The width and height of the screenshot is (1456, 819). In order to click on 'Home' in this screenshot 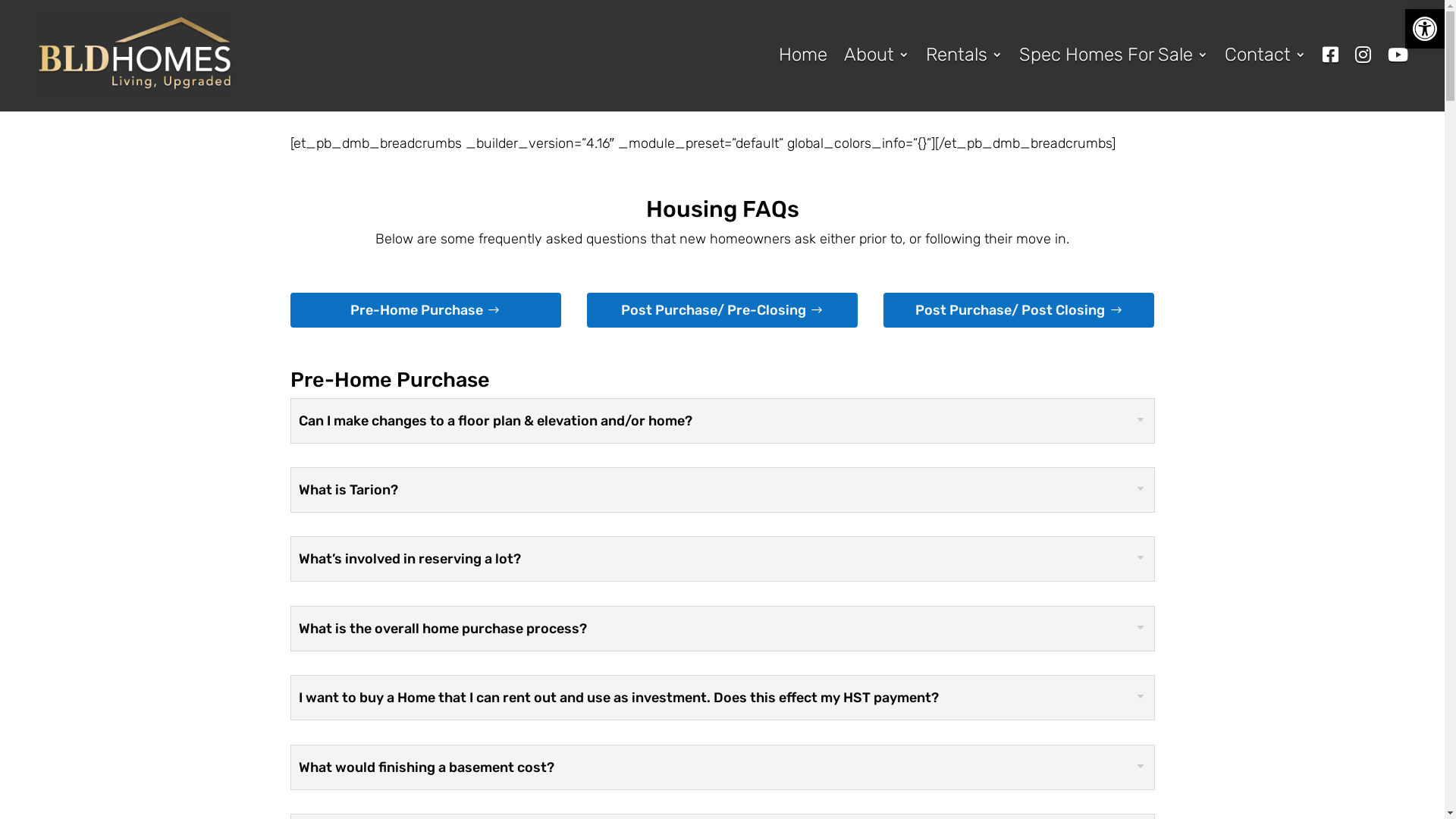, I will do `click(802, 54)`.